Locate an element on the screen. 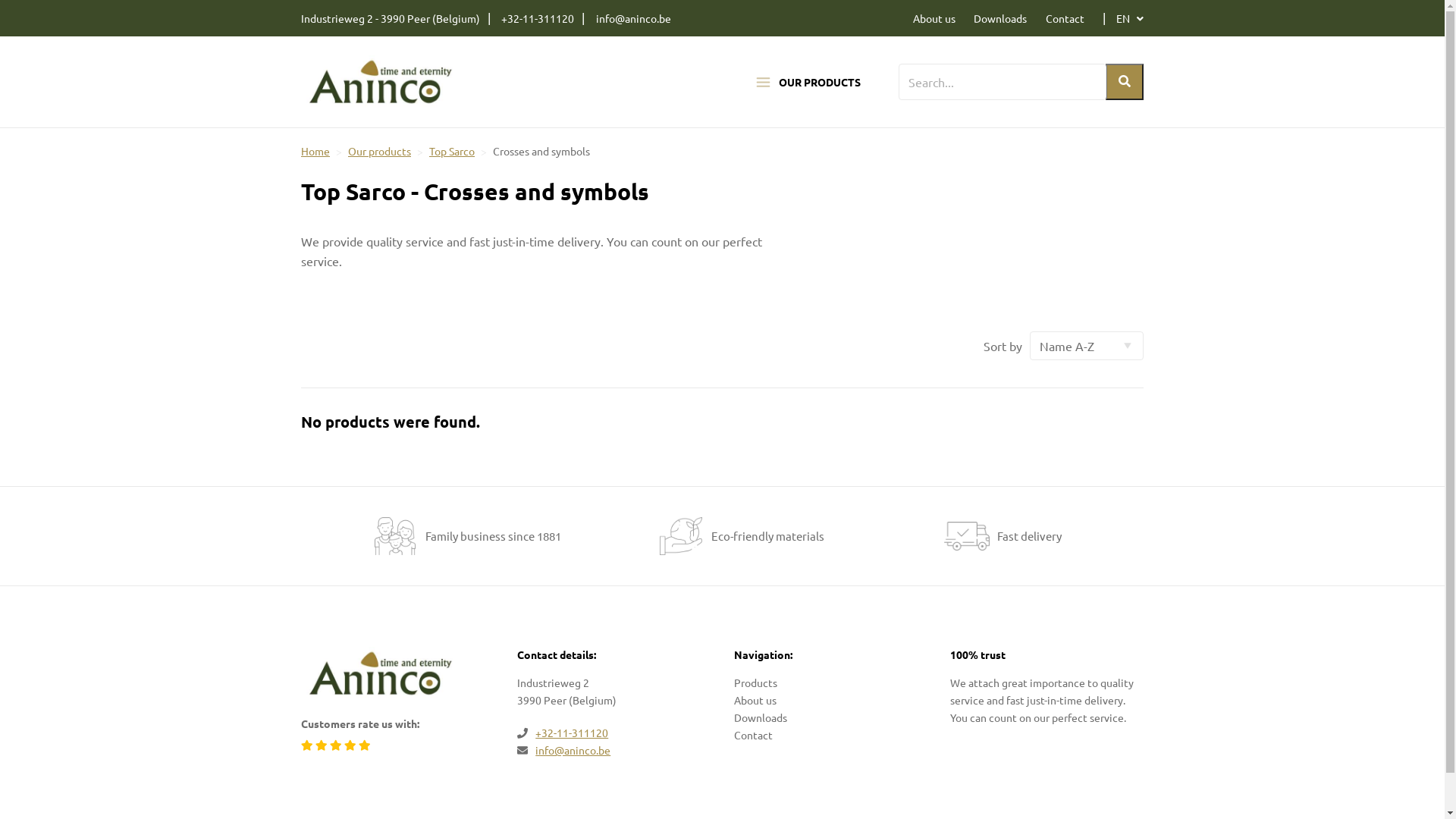  'info@aninco.be' is located at coordinates (633, 17).